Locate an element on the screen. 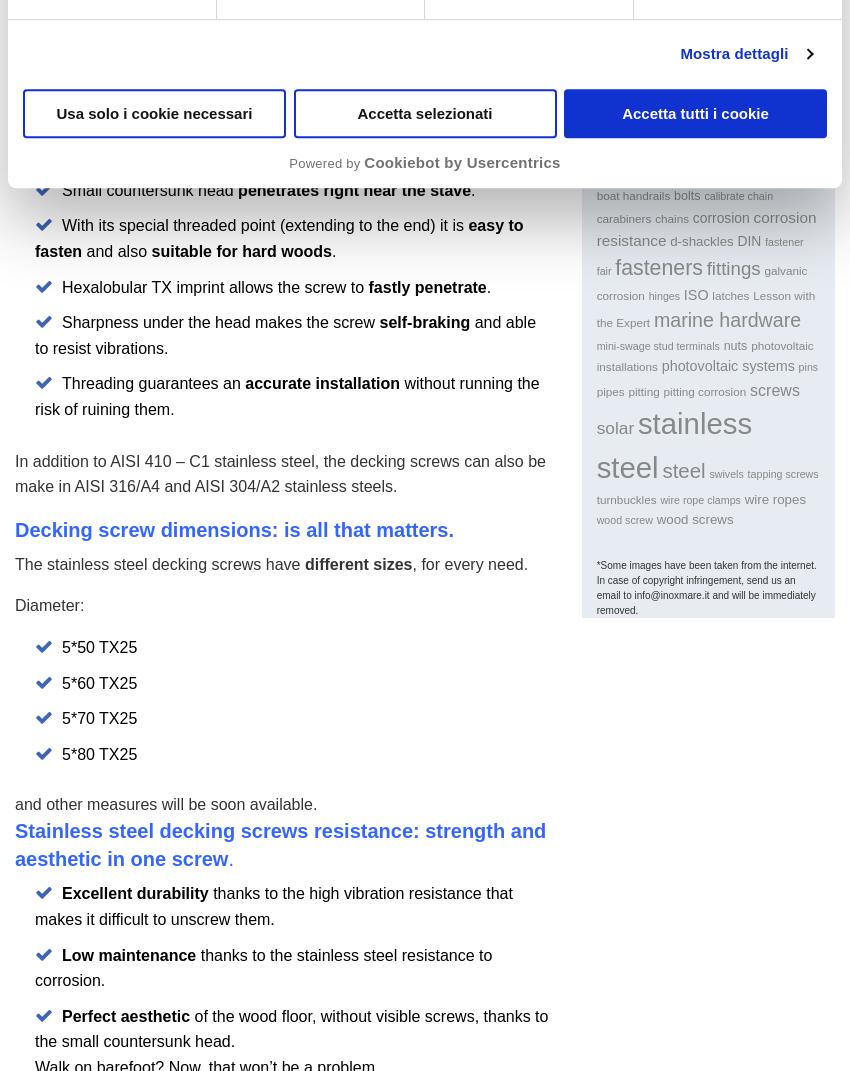  '(martensitic and ferromagnetic) makes the decking screws more resistant, without breaking the head while screwing them.' is located at coordinates (275, 122).